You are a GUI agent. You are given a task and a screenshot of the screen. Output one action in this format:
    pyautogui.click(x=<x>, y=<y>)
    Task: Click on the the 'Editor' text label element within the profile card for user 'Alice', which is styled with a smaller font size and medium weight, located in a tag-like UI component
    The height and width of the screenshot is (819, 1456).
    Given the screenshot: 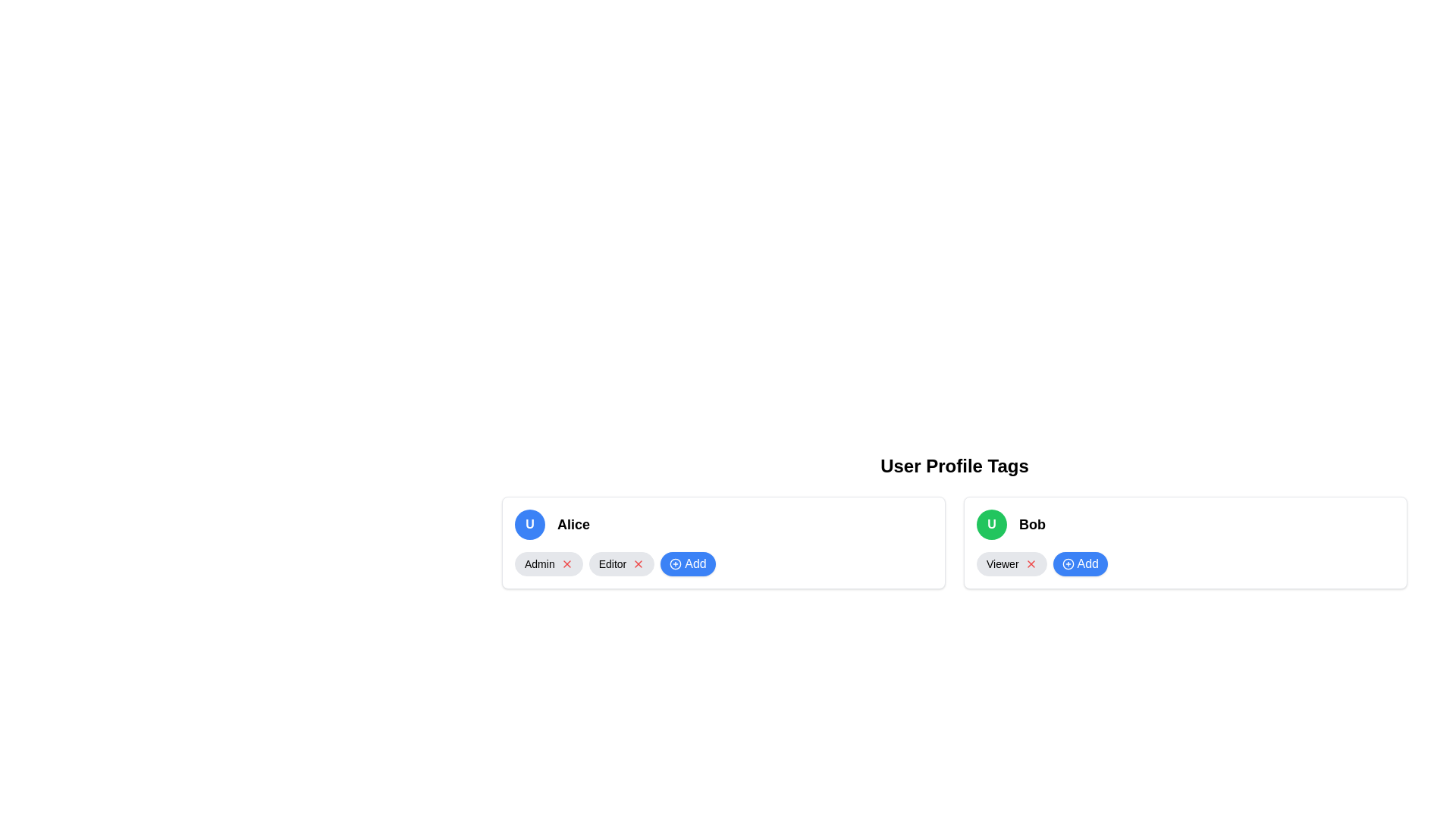 What is the action you would take?
    pyautogui.click(x=612, y=564)
    